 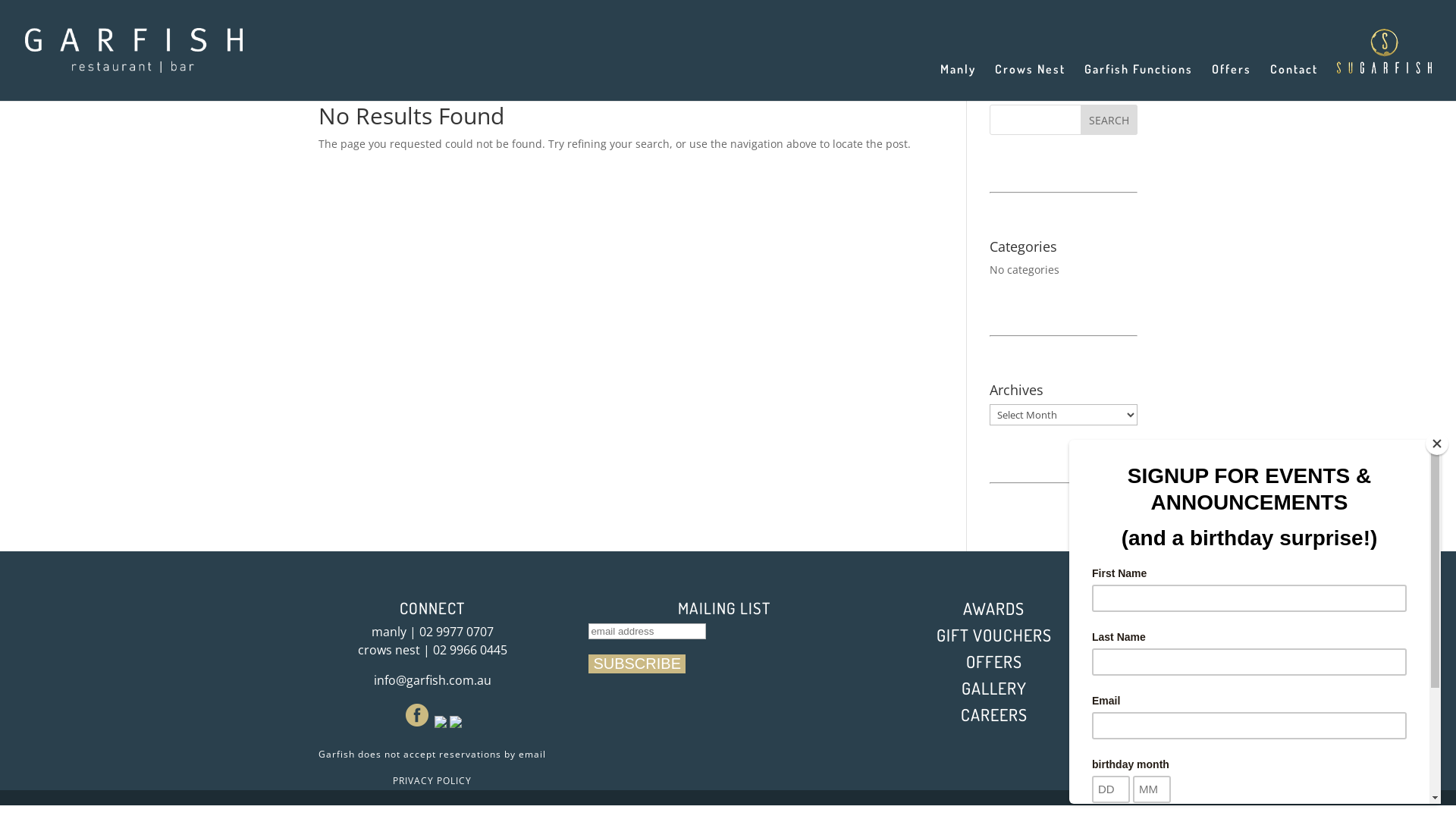 I want to click on 'CAREERS', so click(x=993, y=714).